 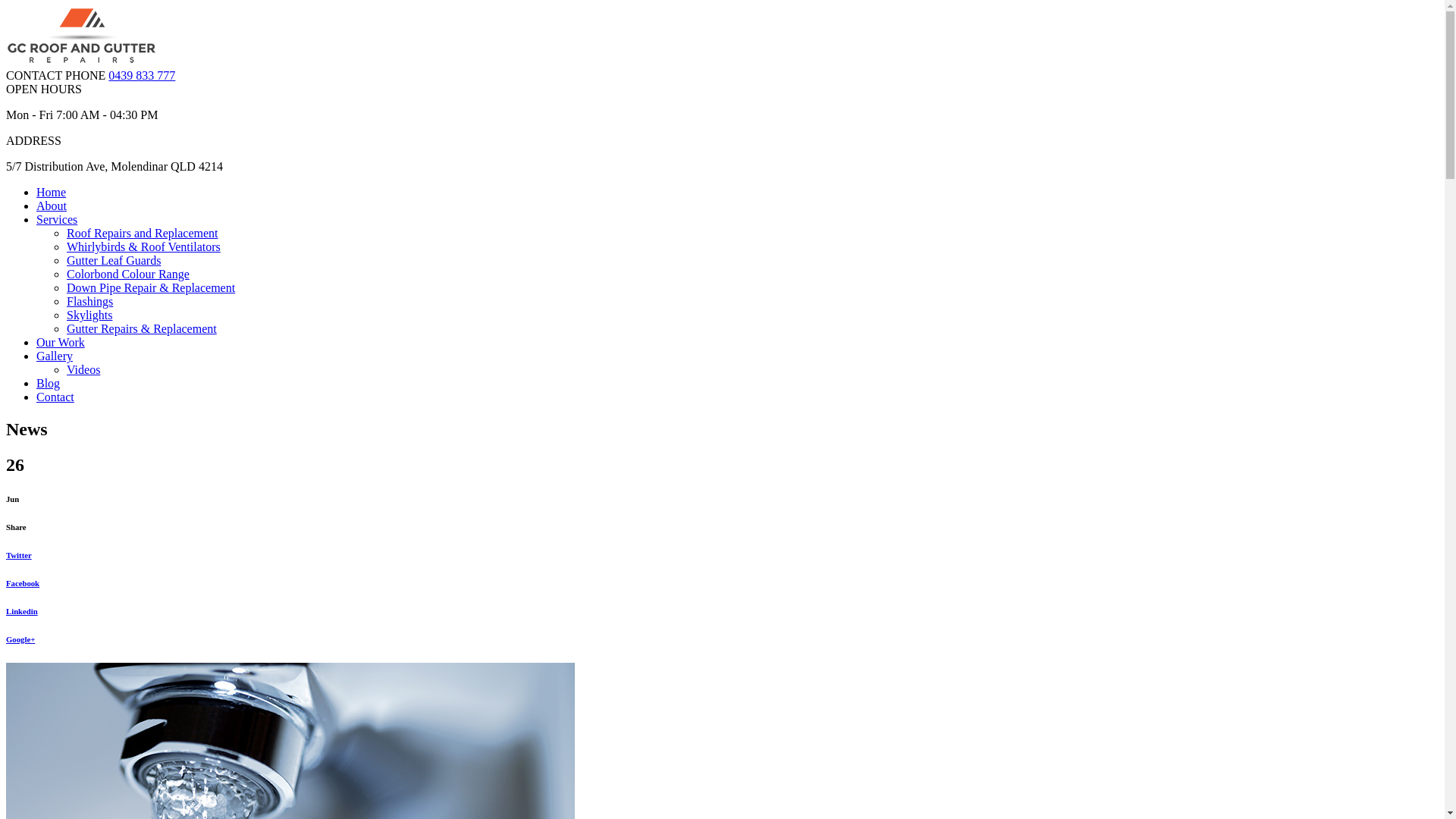 What do you see at coordinates (143, 246) in the screenshot?
I see `'Whirlybirds & Roof Ventilators'` at bounding box center [143, 246].